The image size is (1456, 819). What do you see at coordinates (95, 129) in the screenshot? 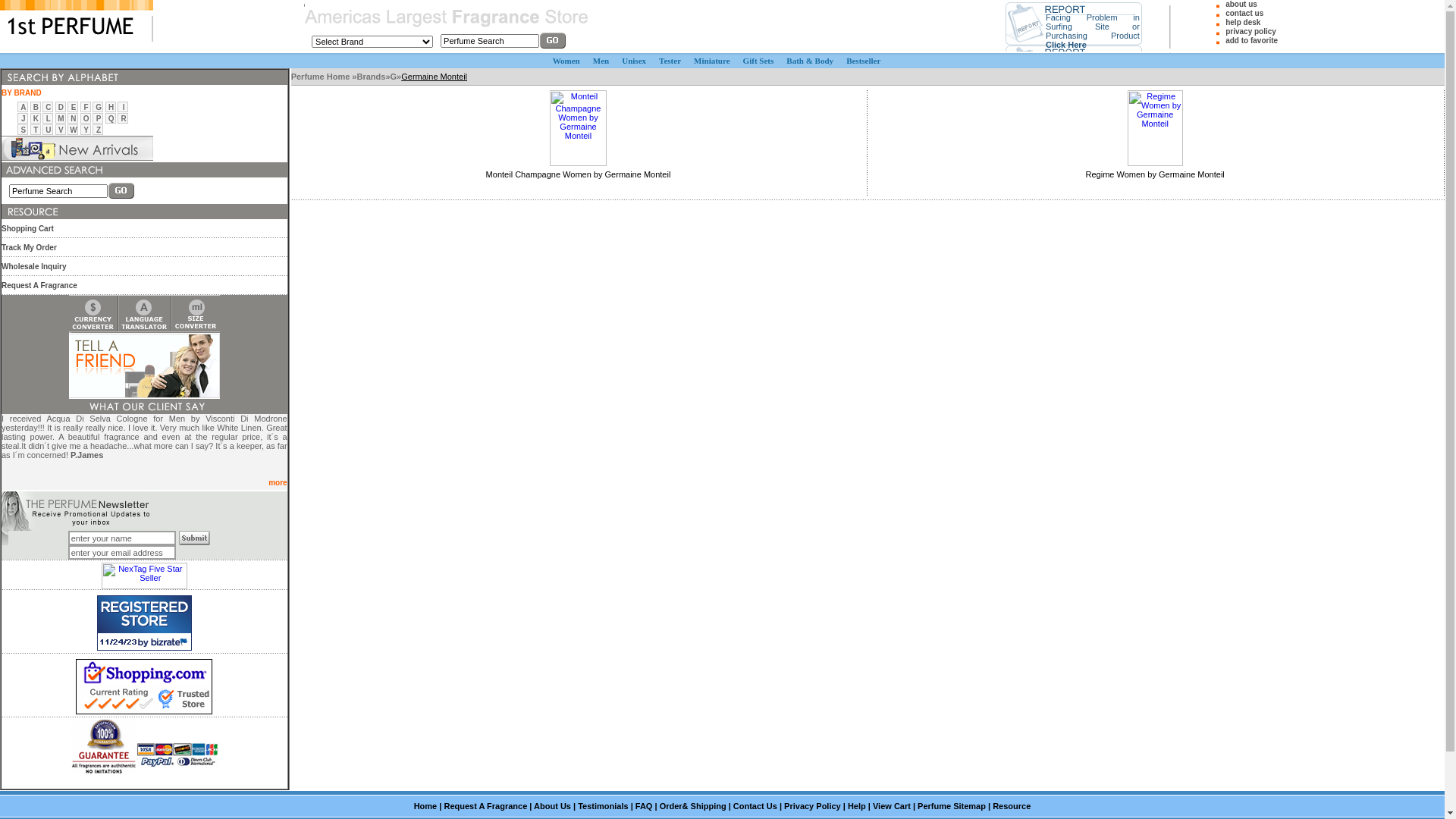
I see `'Z'` at bounding box center [95, 129].